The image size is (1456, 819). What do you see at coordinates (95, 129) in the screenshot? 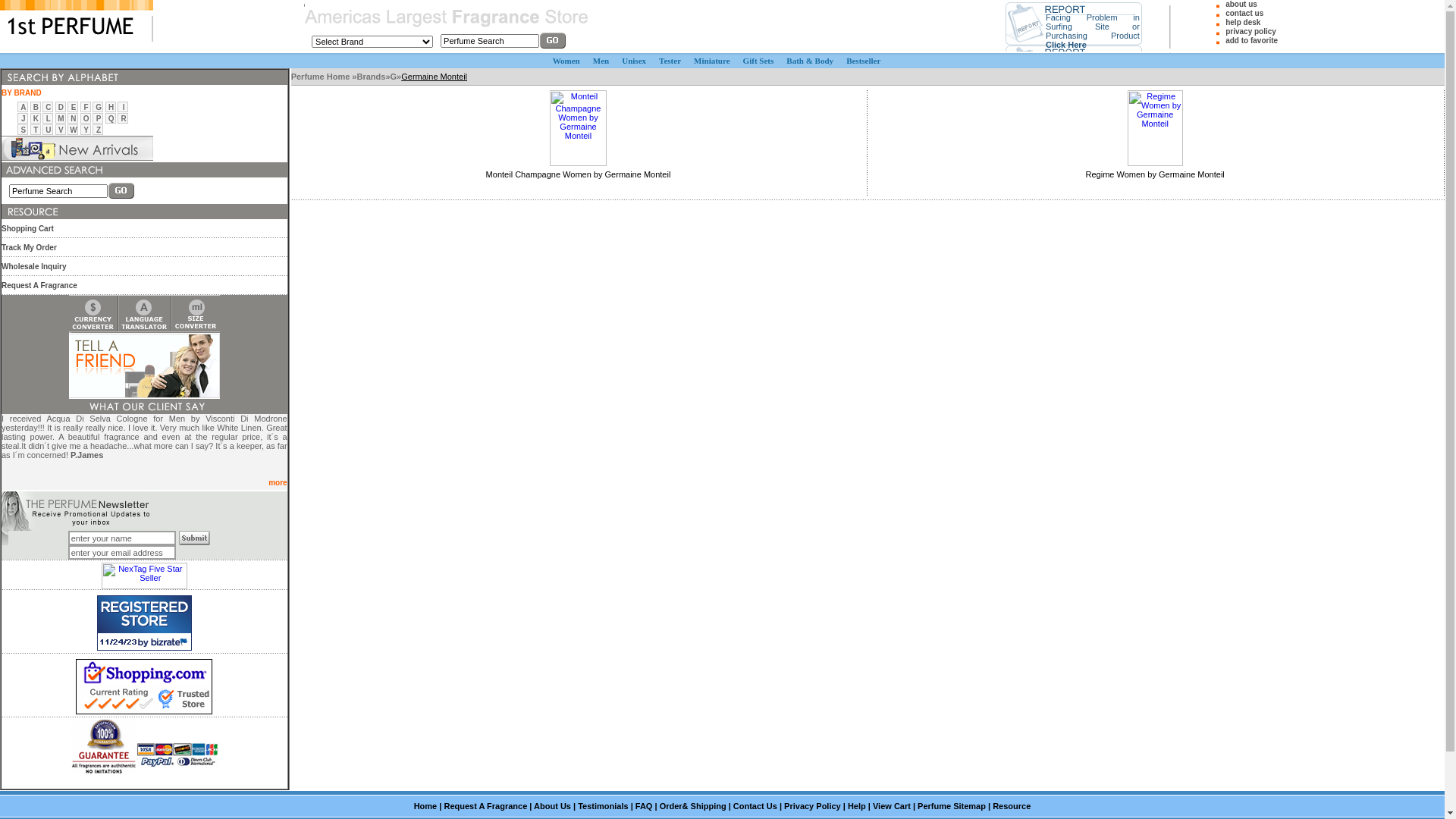
I see `'Z'` at bounding box center [95, 129].